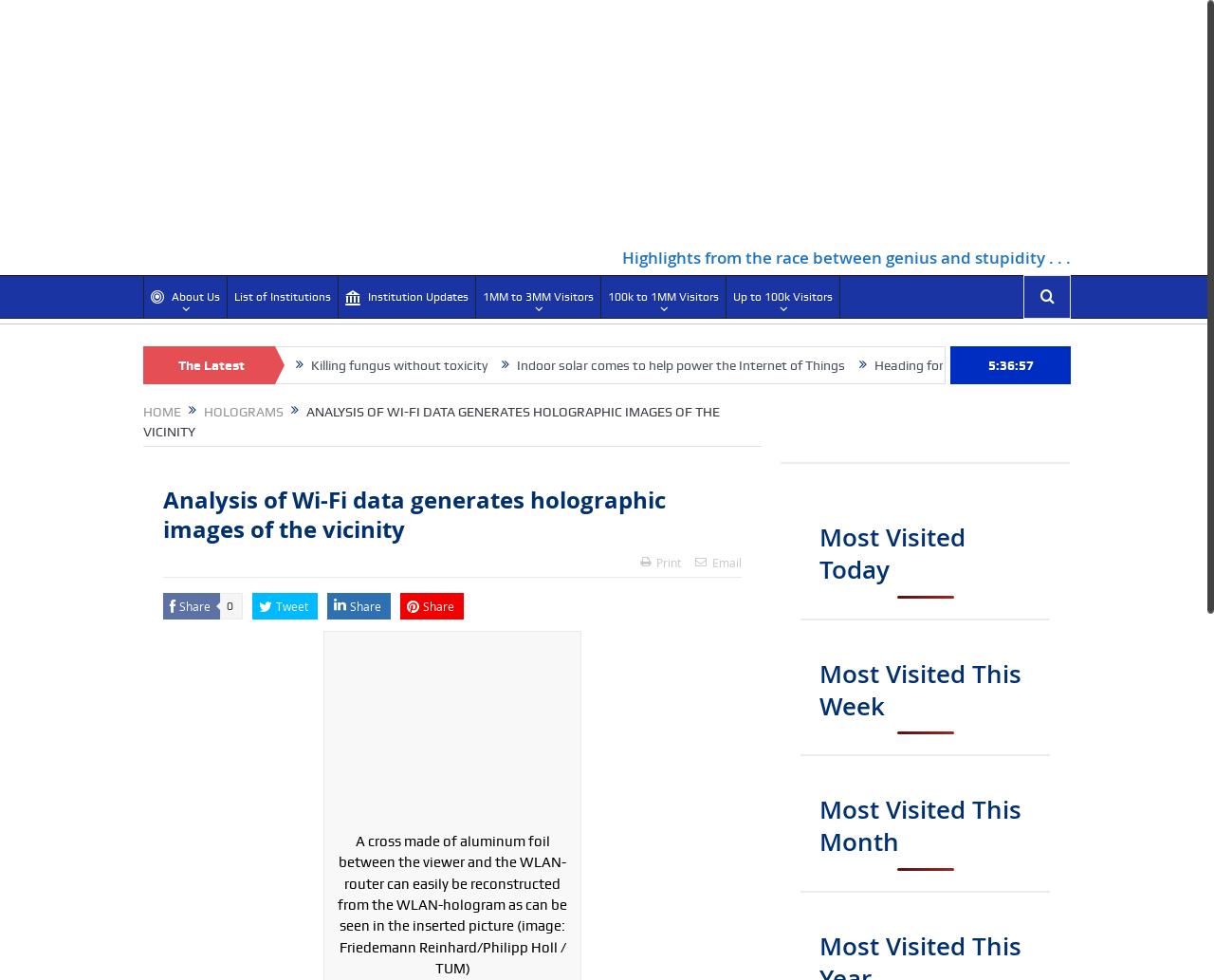  Describe the element at coordinates (537, 295) in the screenshot. I see `'1MM to 3MM Visitors'` at that location.